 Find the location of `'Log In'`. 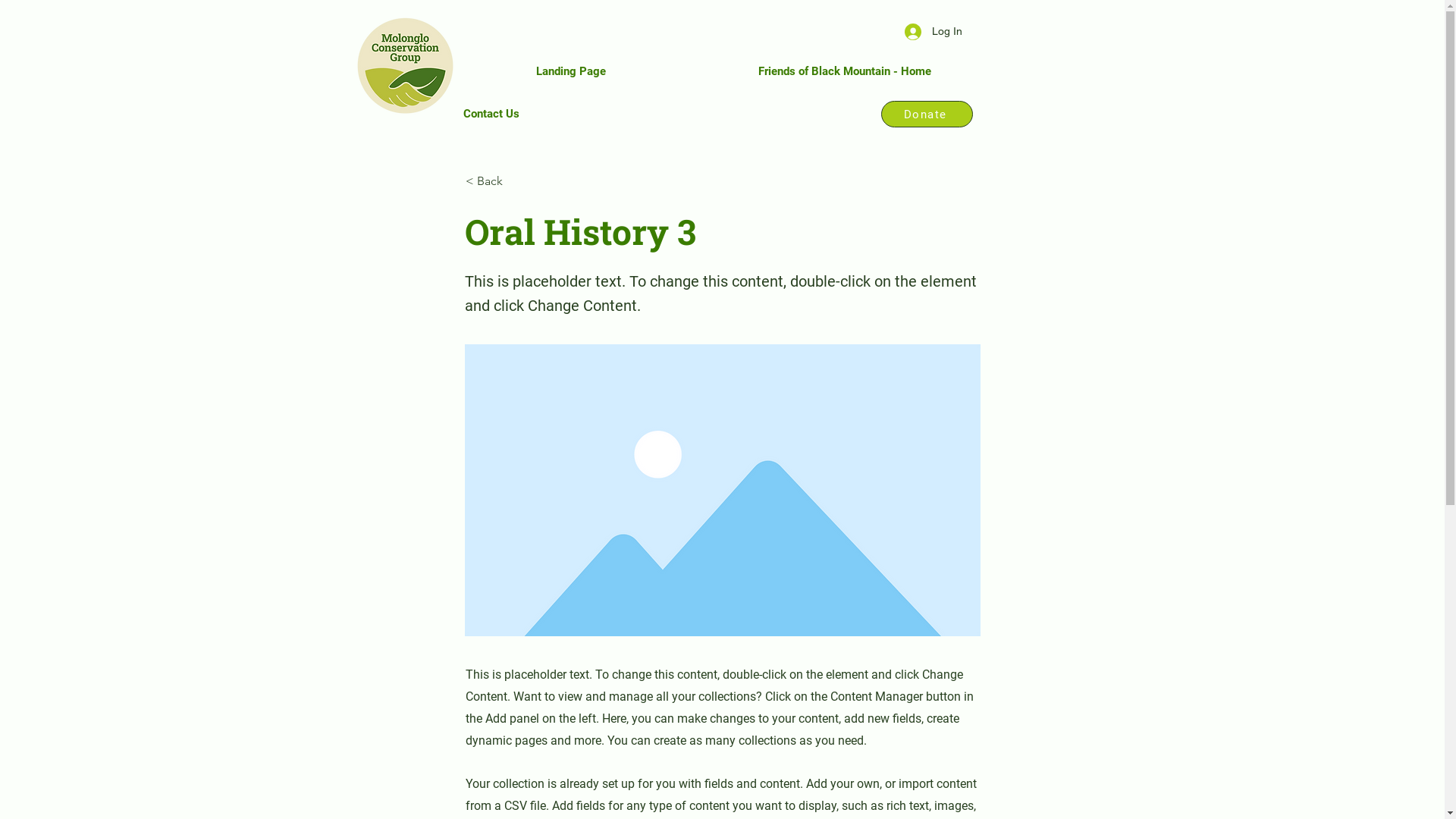

'Log In' is located at coordinates (931, 31).